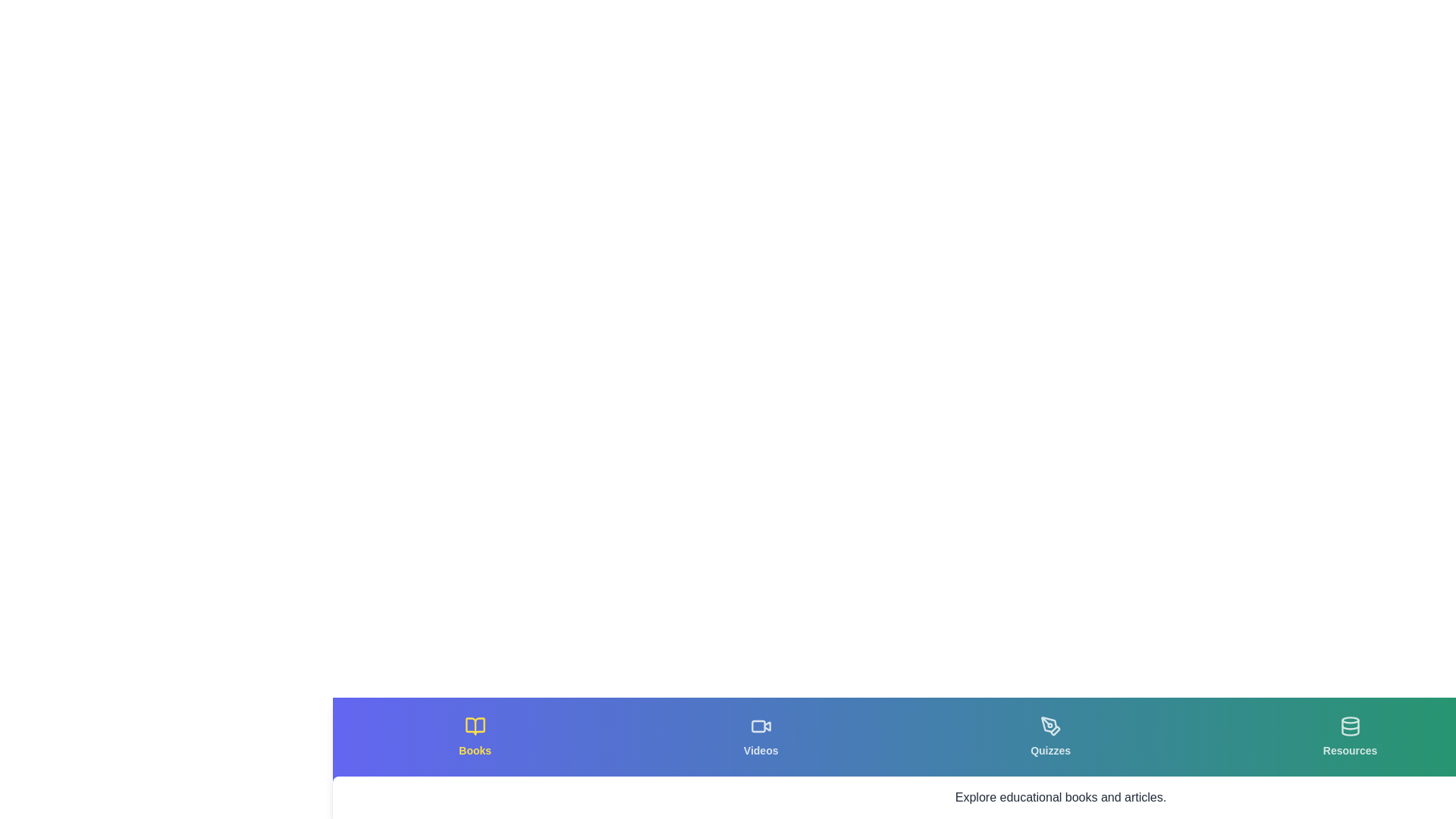  I want to click on the tab labeled Videos, so click(761, 736).